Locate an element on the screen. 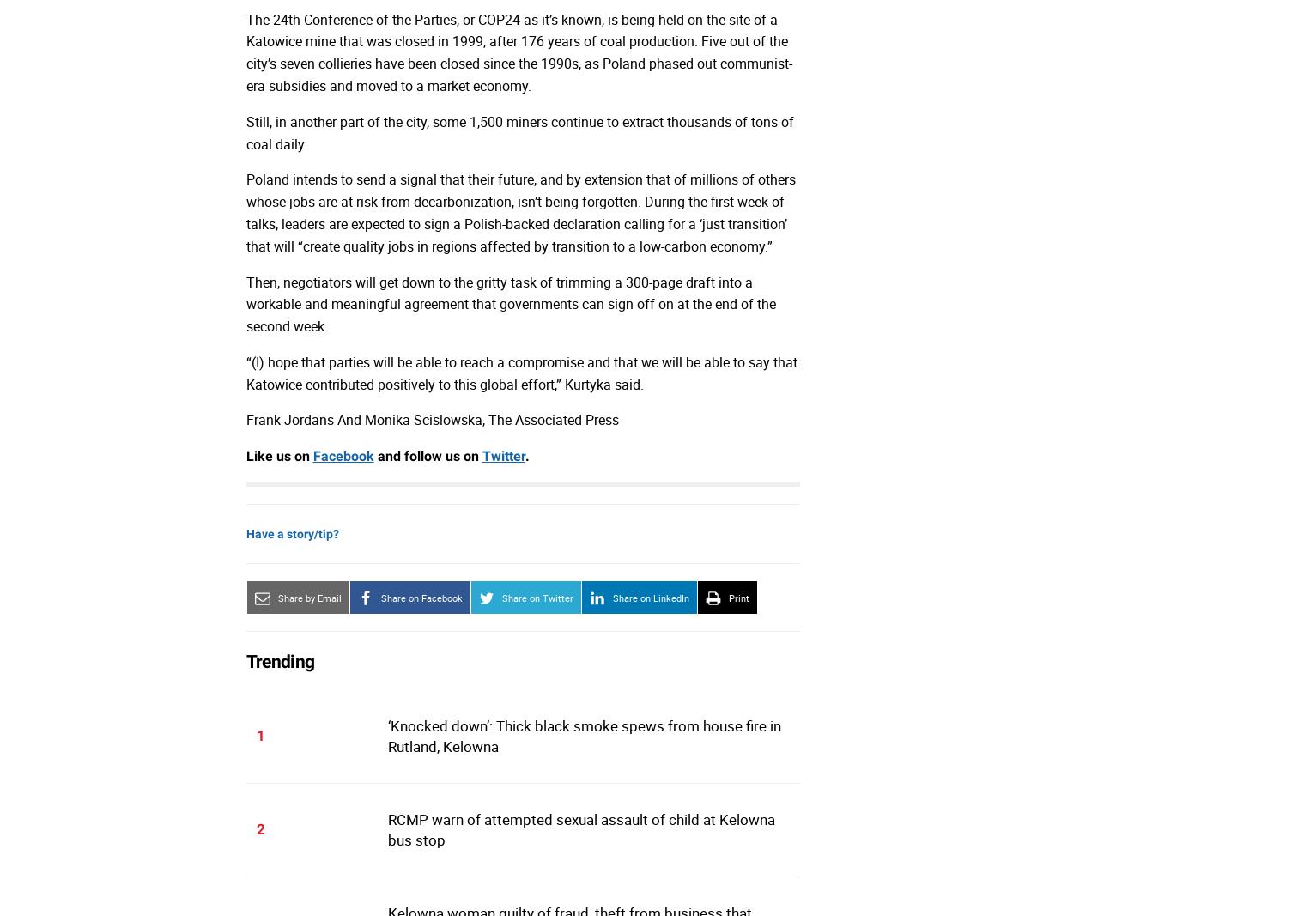 This screenshot has width=1316, height=916. 'Then, negotiators will get down to the gritty task of trimming a 300-page draft into a workable and meaningful agreement that governments can sign off on at the end of the second week.' is located at coordinates (509, 304).